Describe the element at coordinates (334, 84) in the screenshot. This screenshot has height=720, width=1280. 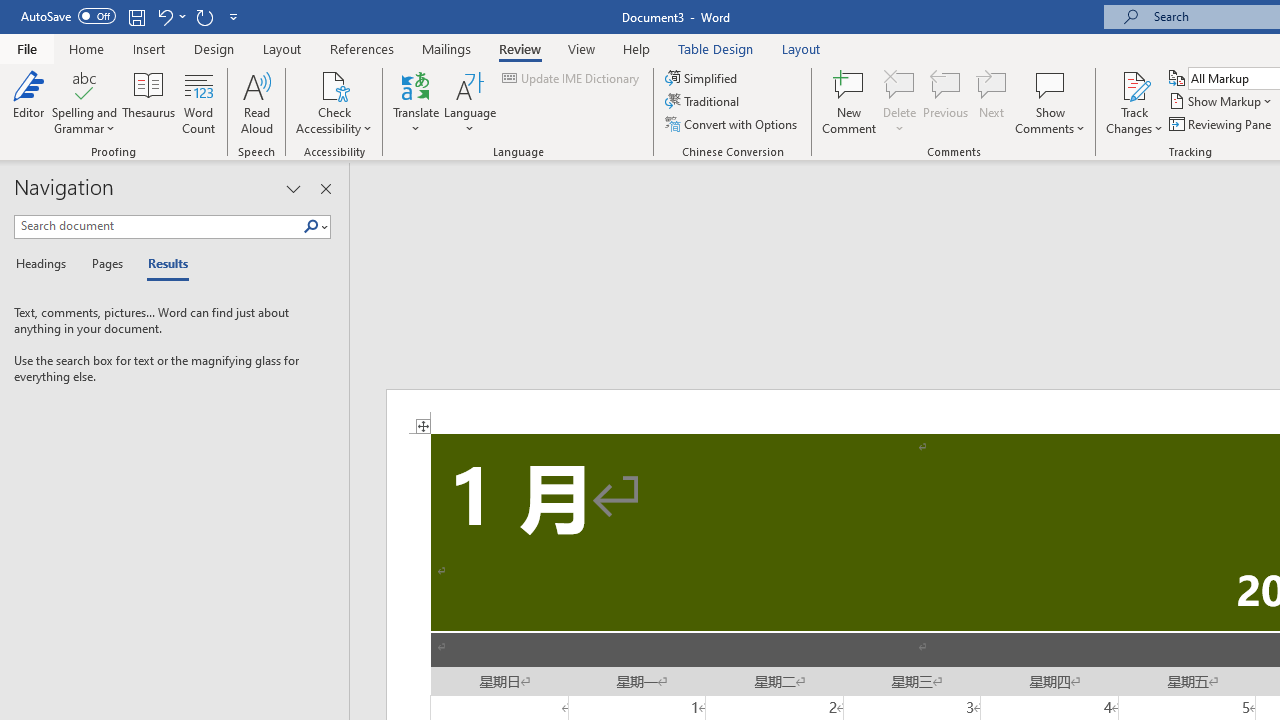
I see `'Check Accessibility'` at that location.